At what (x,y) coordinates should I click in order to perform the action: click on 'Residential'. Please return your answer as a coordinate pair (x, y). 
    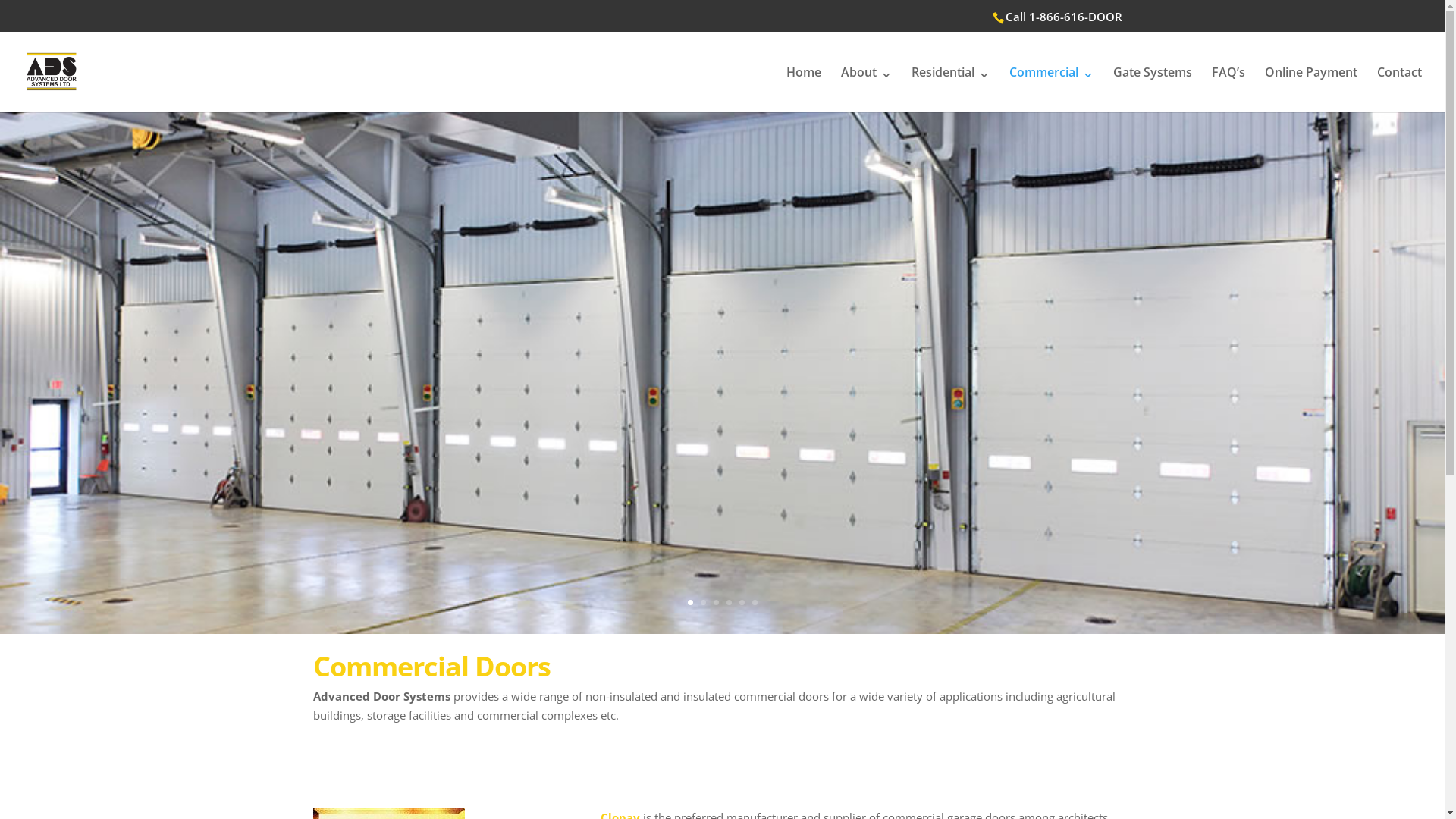
    Looking at the image, I should click on (949, 89).